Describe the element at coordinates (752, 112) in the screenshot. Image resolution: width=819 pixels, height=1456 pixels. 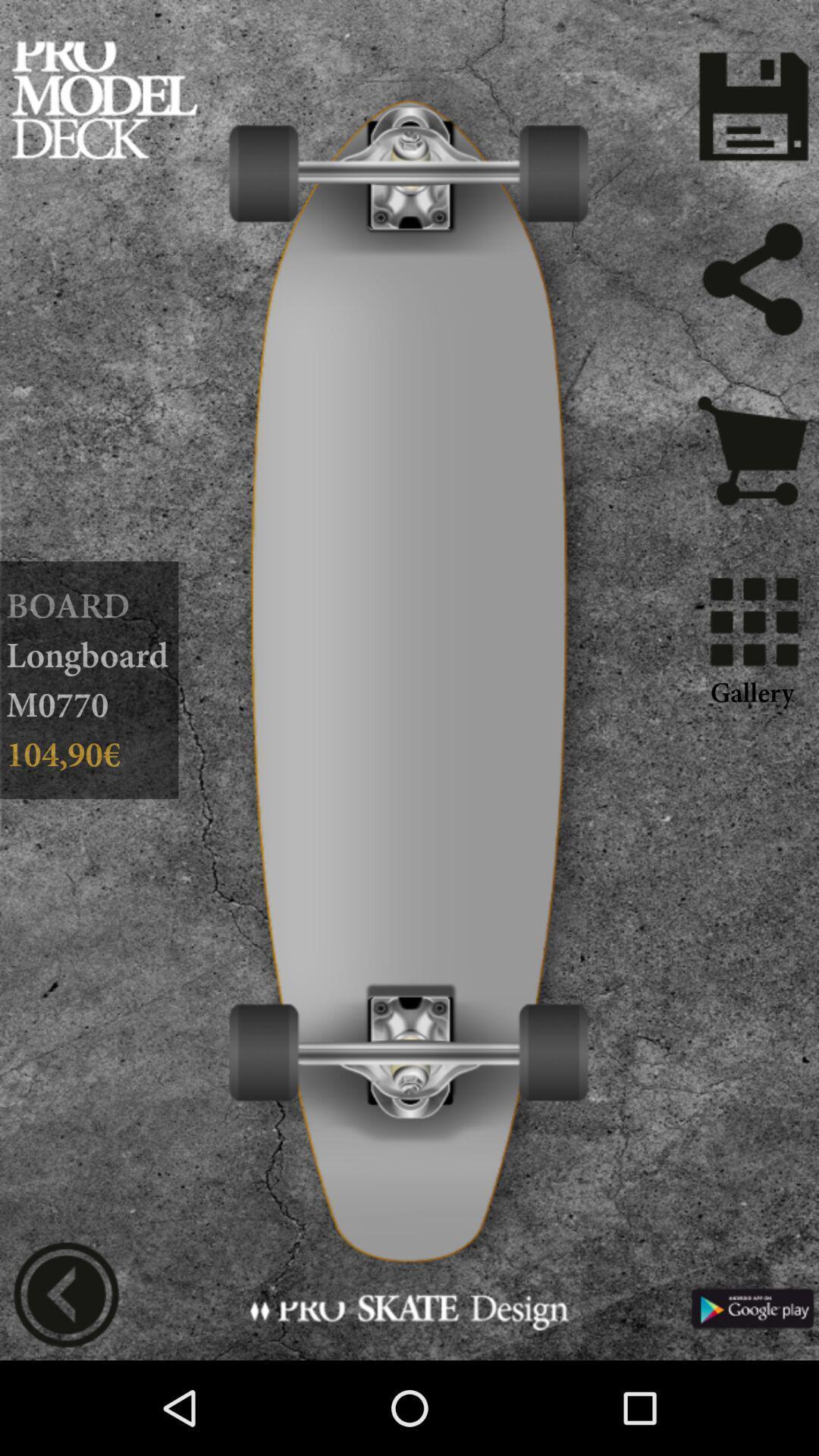
I see `the save icon` at that location.